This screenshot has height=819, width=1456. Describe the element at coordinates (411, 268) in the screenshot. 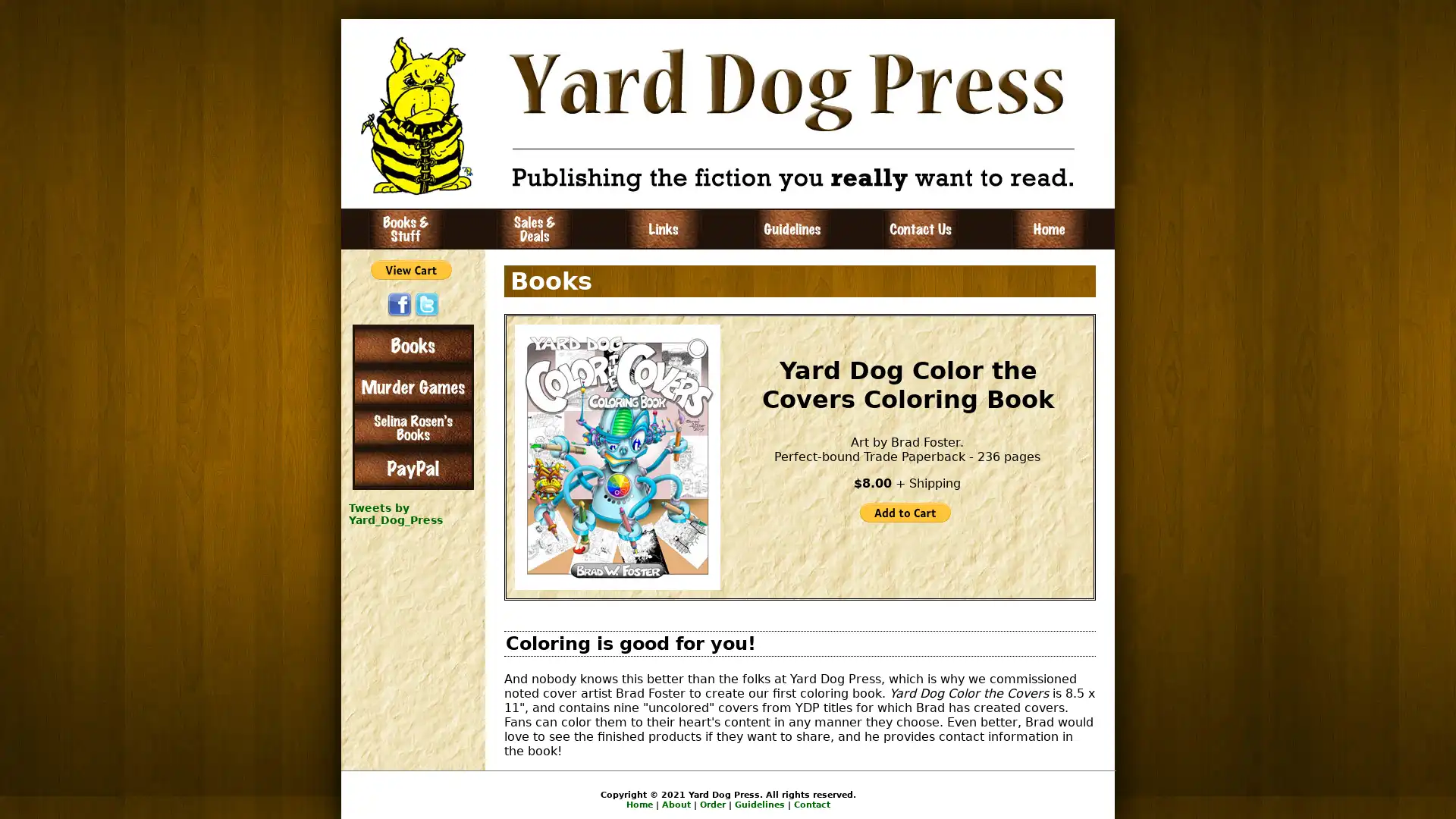

I see `PayPal - The safer, easier way to pay online` at that location.